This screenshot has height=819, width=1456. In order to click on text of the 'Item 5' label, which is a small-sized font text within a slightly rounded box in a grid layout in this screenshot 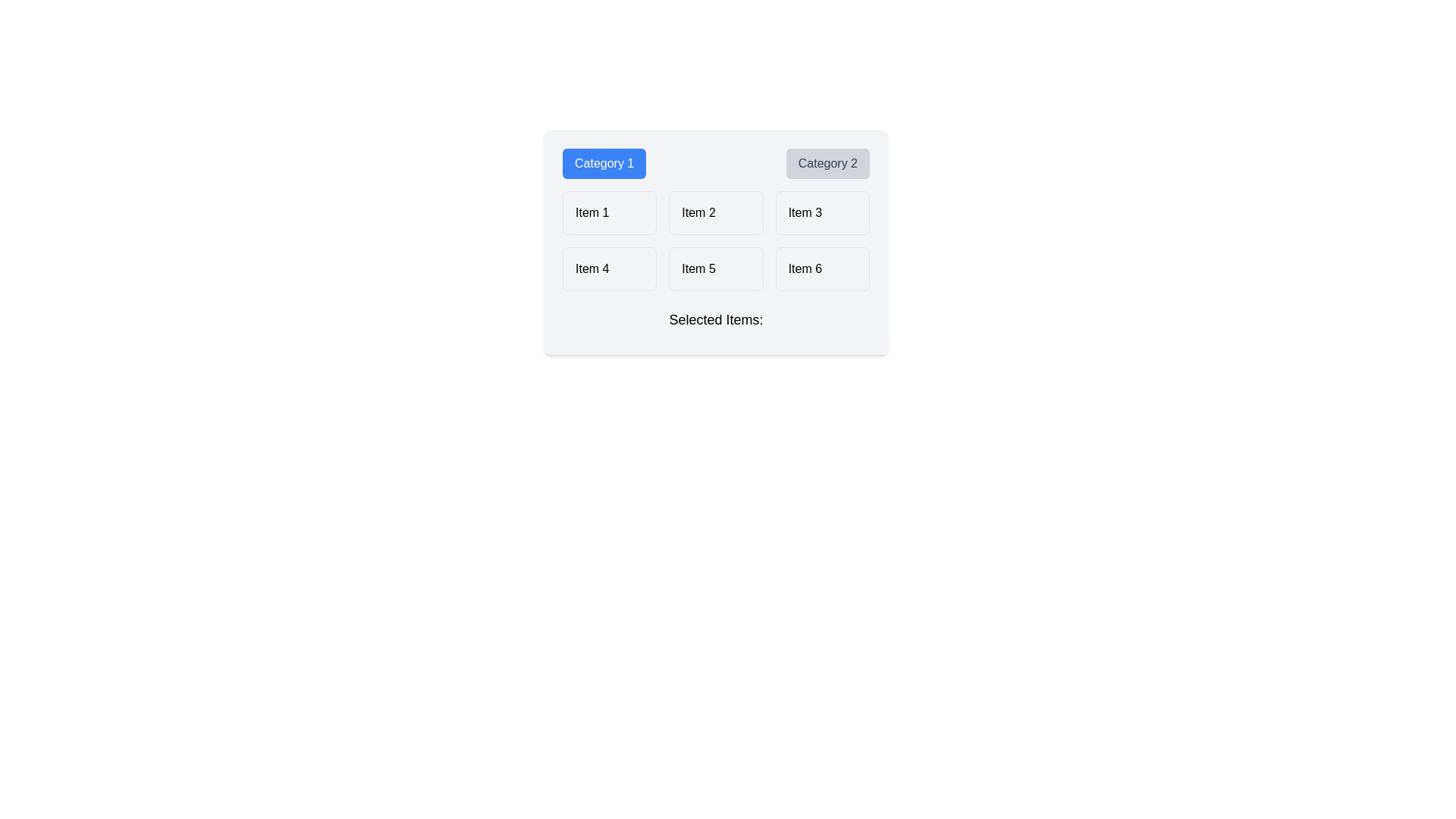, I will do `click(698, 268)`.